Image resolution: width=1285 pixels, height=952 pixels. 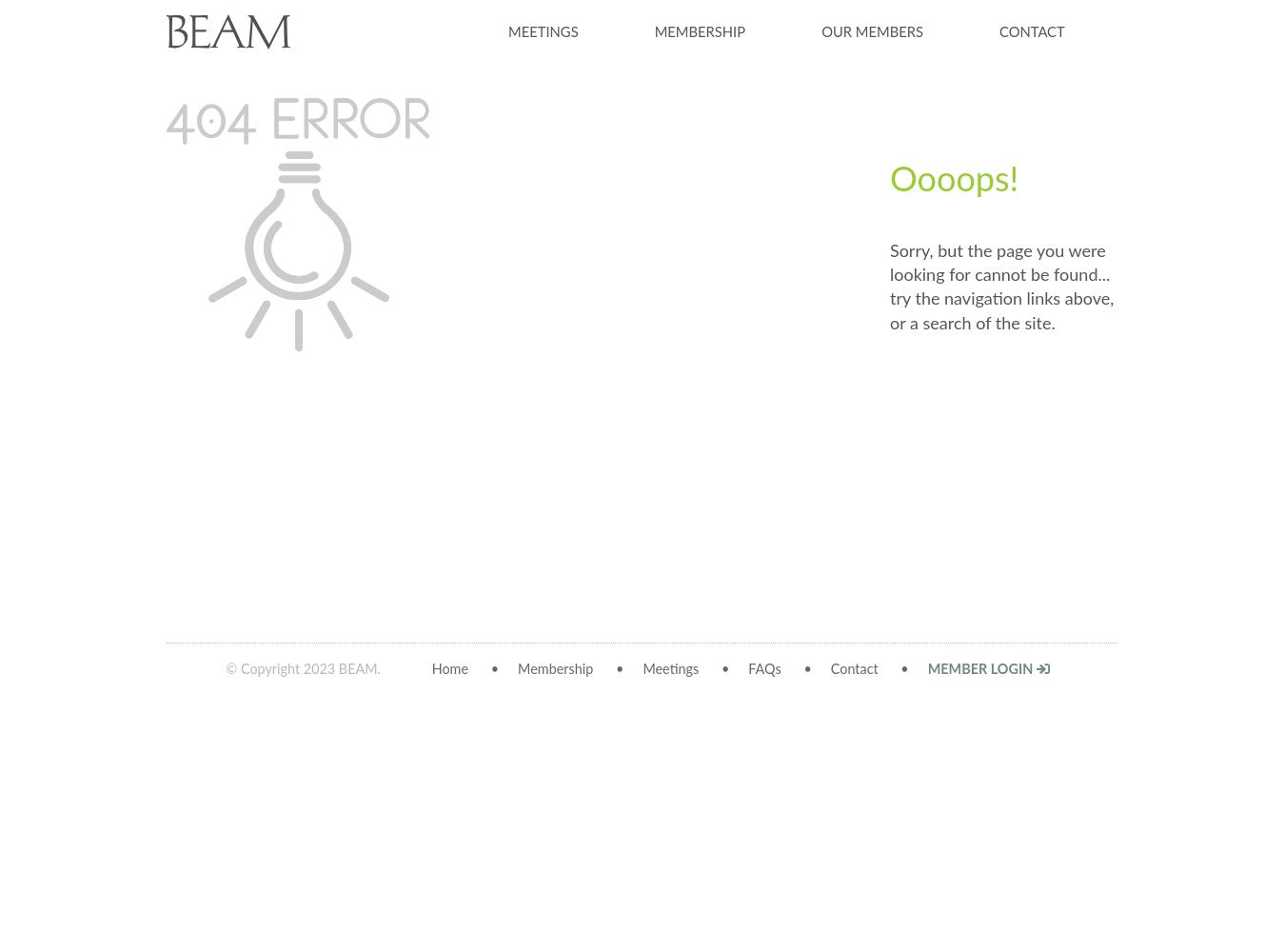 I want to click on 'Member Login ', so click(x=926, y=668).